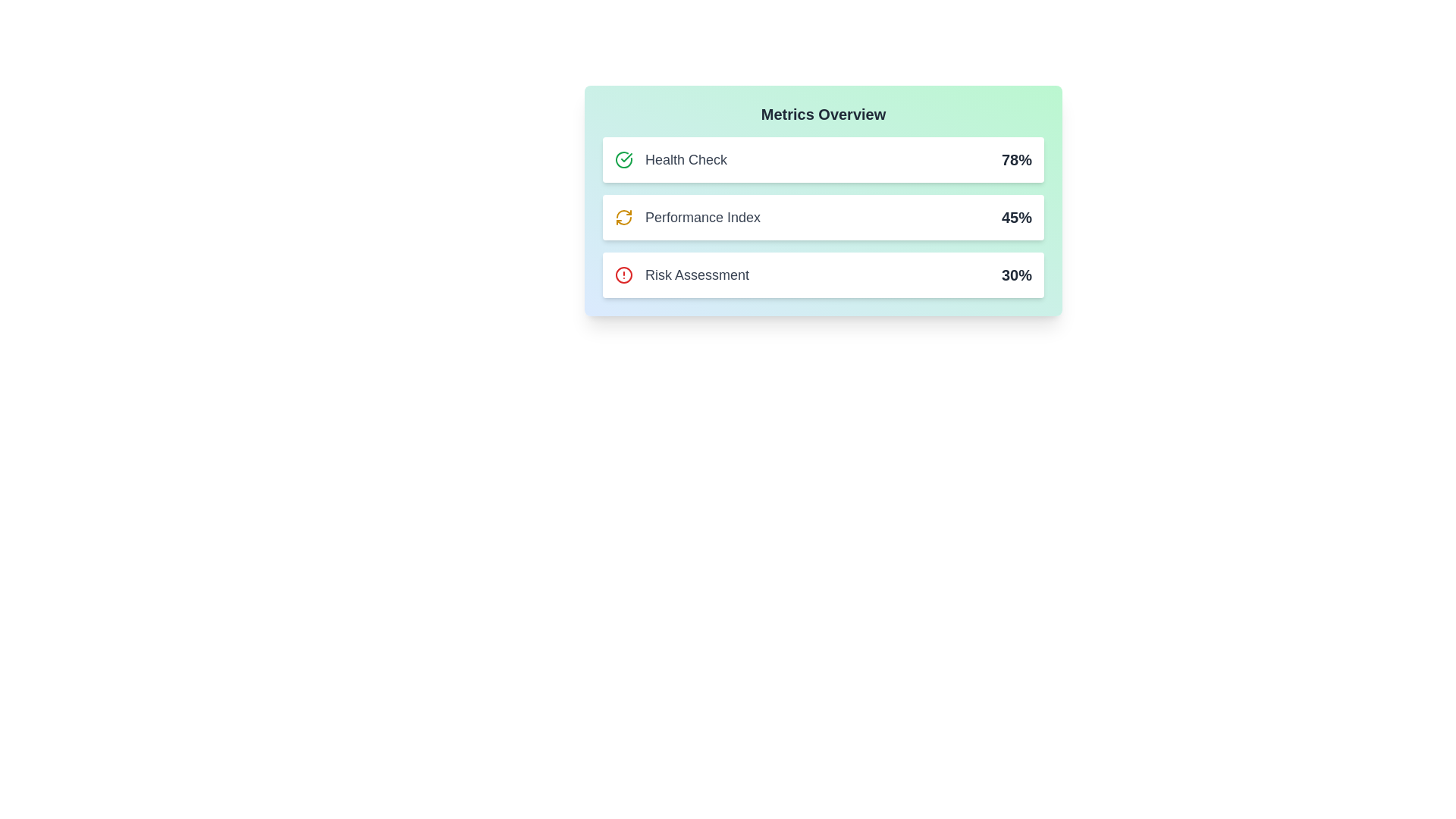  What do you see at coordinates (822, 217) in the screenshot?
I see `the display card component indicating 'Performance Index' with the value '45%', which is centrally located in a vertical stack of three elements, between 'Health Check' and 'Risk Assessment'` at bounding box center [822, 217].